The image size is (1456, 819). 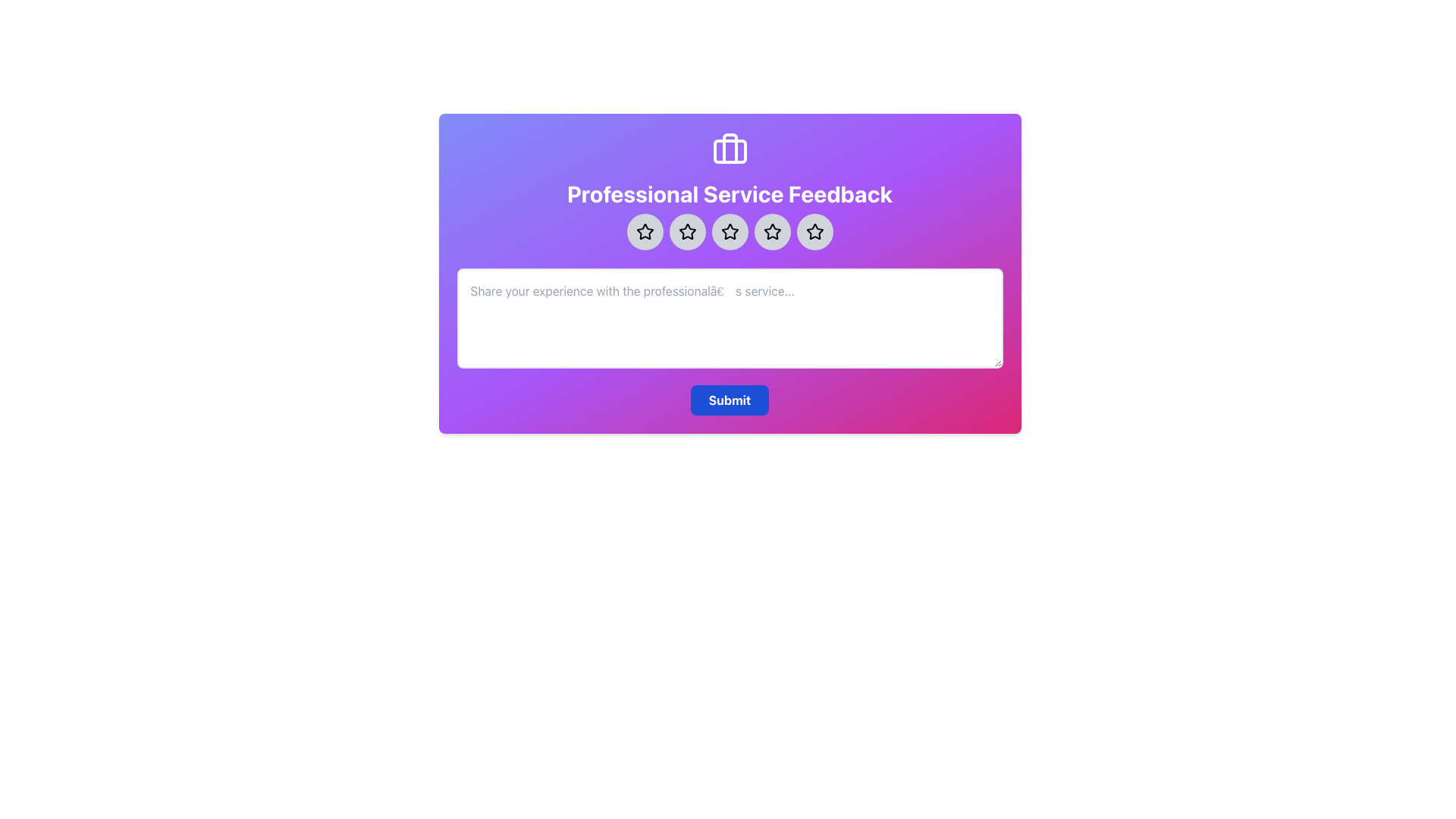 I want to click on the circular button with a light gray background and a black star icon, so click(x=686, y=231).